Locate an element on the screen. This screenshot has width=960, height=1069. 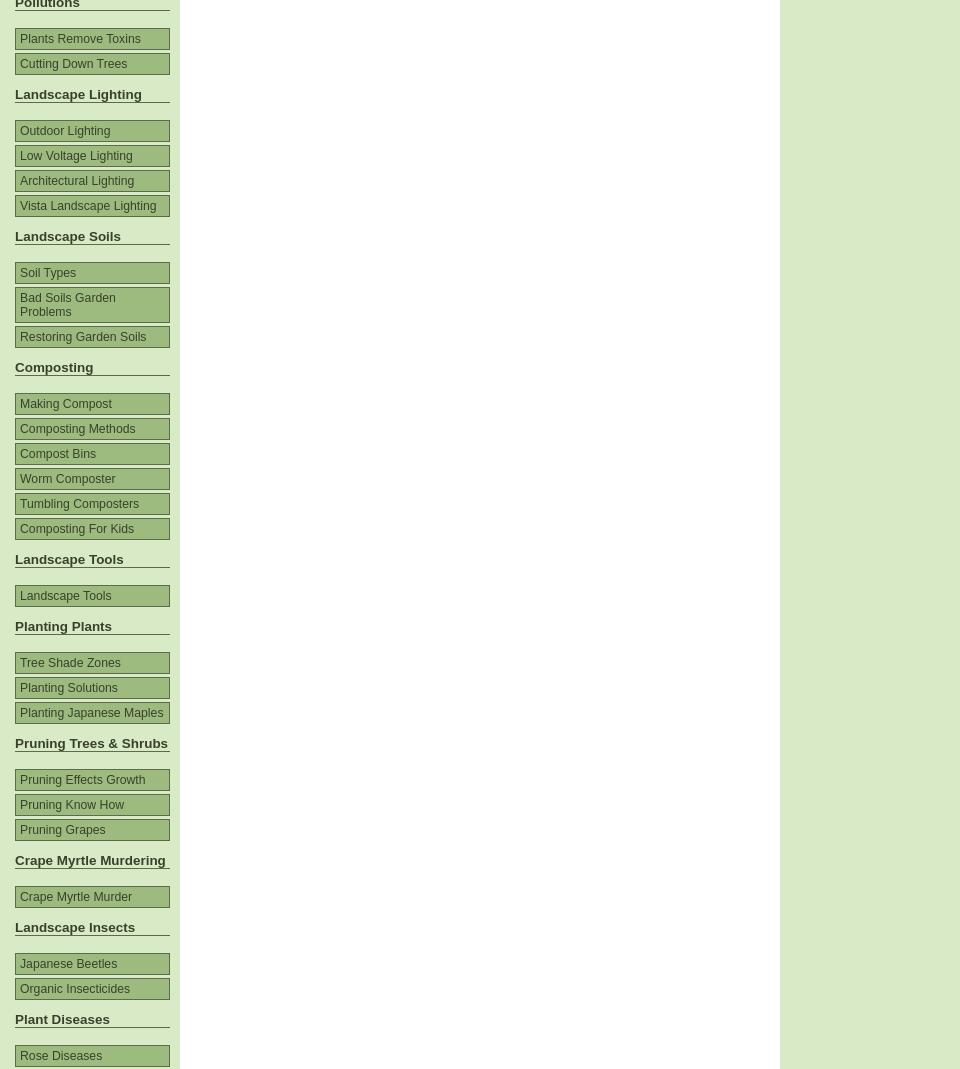
'Landscape Insects' is located at coordinates (74, 926).